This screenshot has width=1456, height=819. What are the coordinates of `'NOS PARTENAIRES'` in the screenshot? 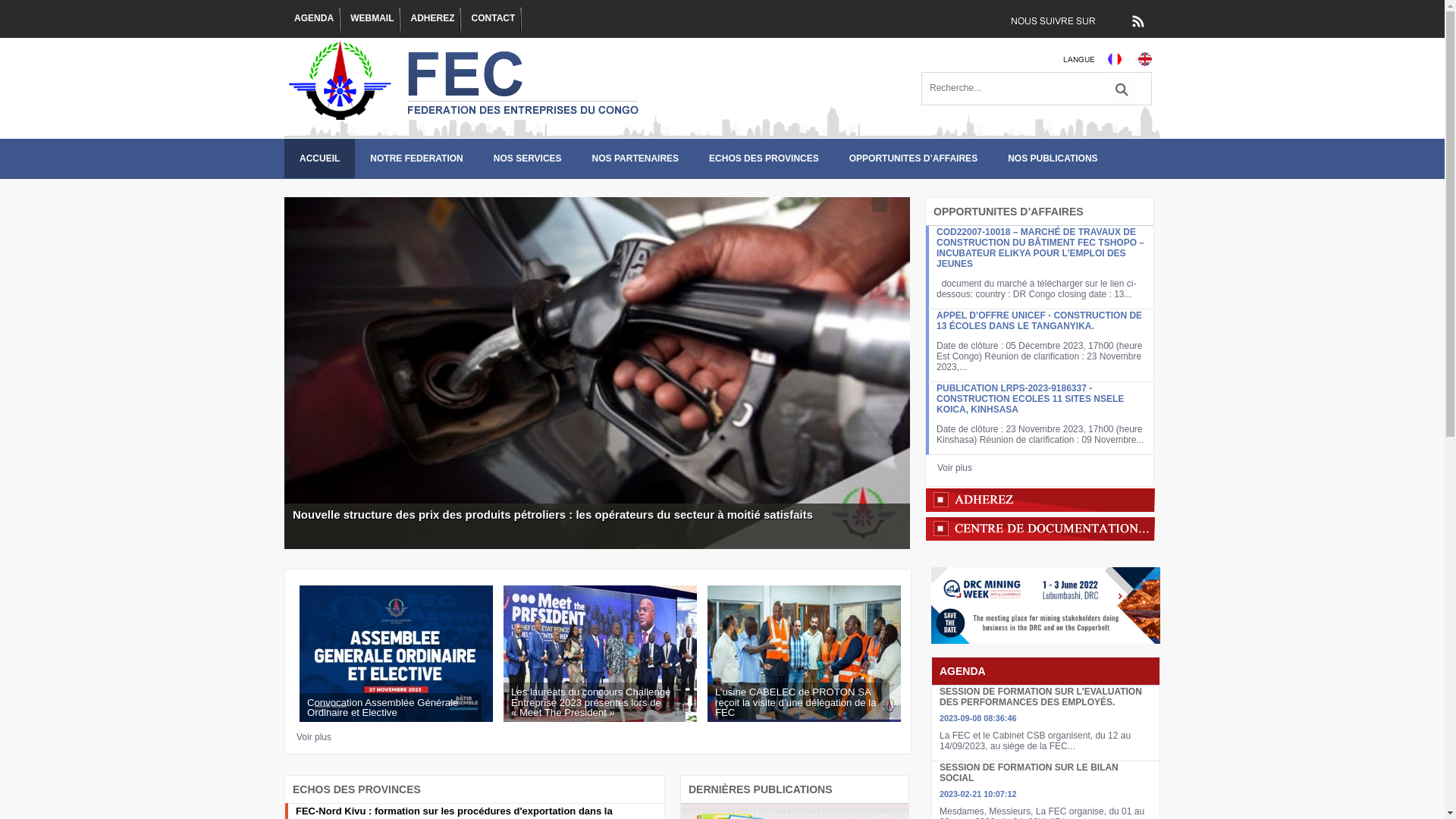 It's located at (635, 158).